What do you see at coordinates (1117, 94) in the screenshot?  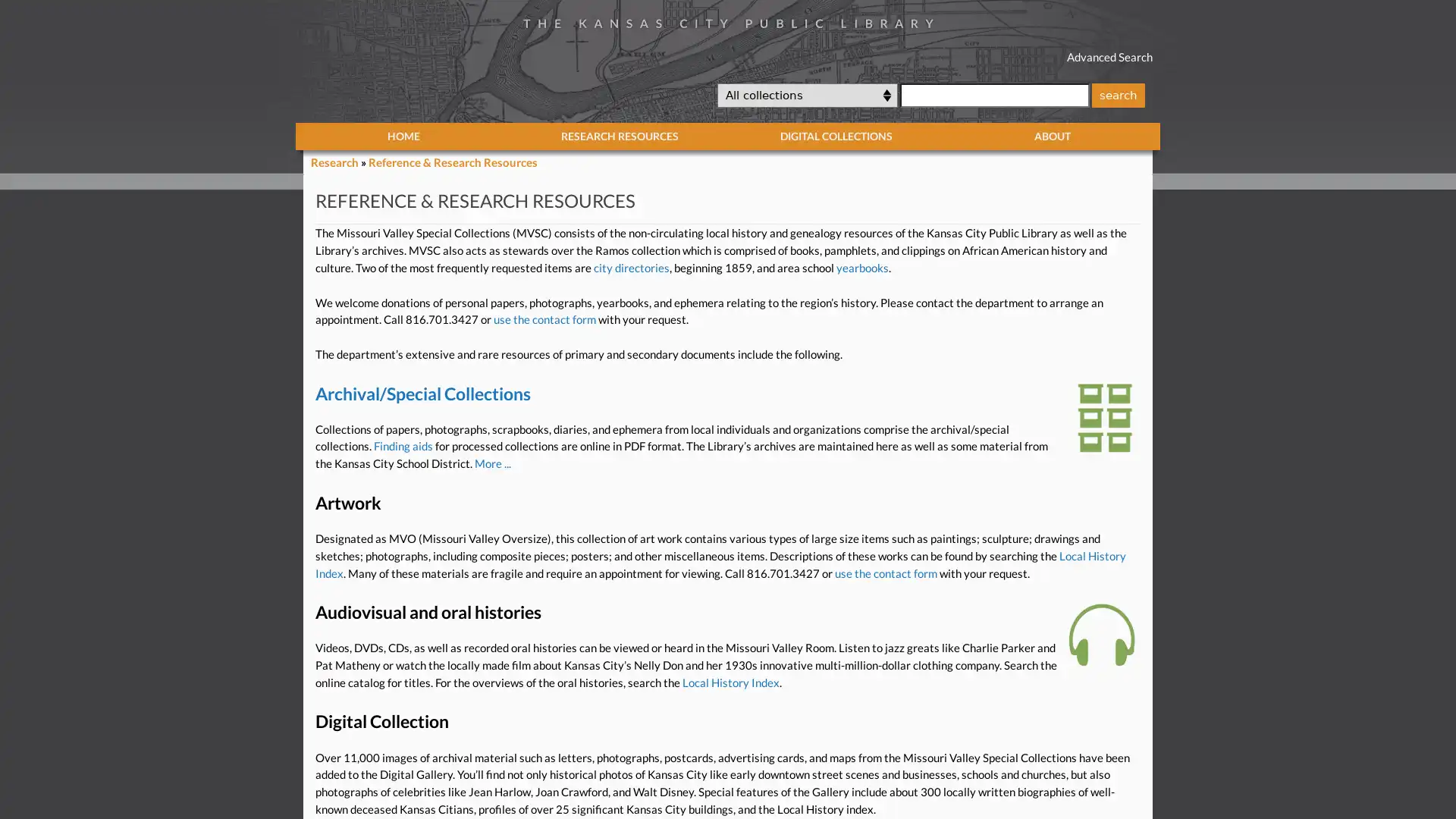 I see `search` at bounding box center [1117, 94].